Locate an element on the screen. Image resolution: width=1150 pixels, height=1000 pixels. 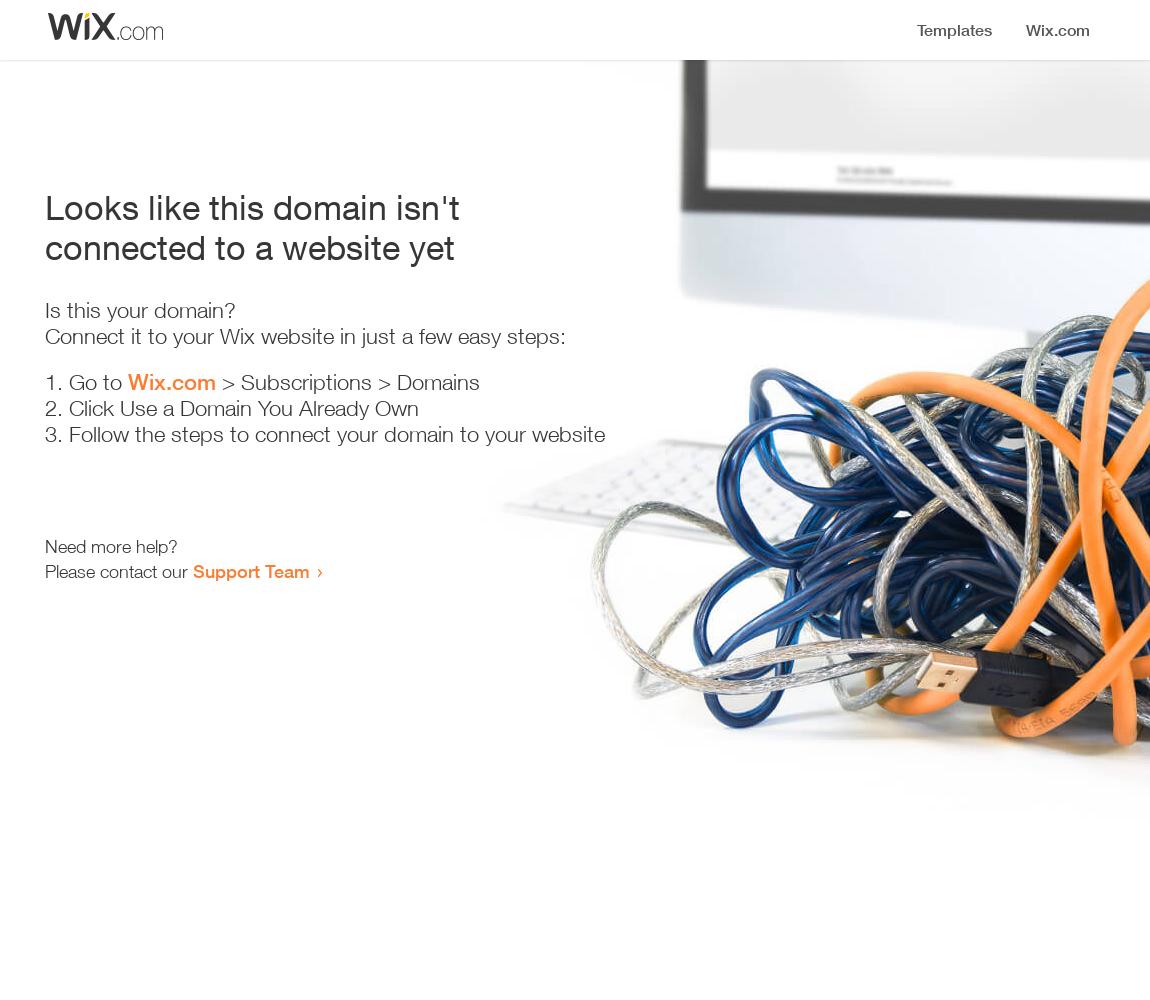
'Looks like this domain isn't' is located at coordinates (251, 206).